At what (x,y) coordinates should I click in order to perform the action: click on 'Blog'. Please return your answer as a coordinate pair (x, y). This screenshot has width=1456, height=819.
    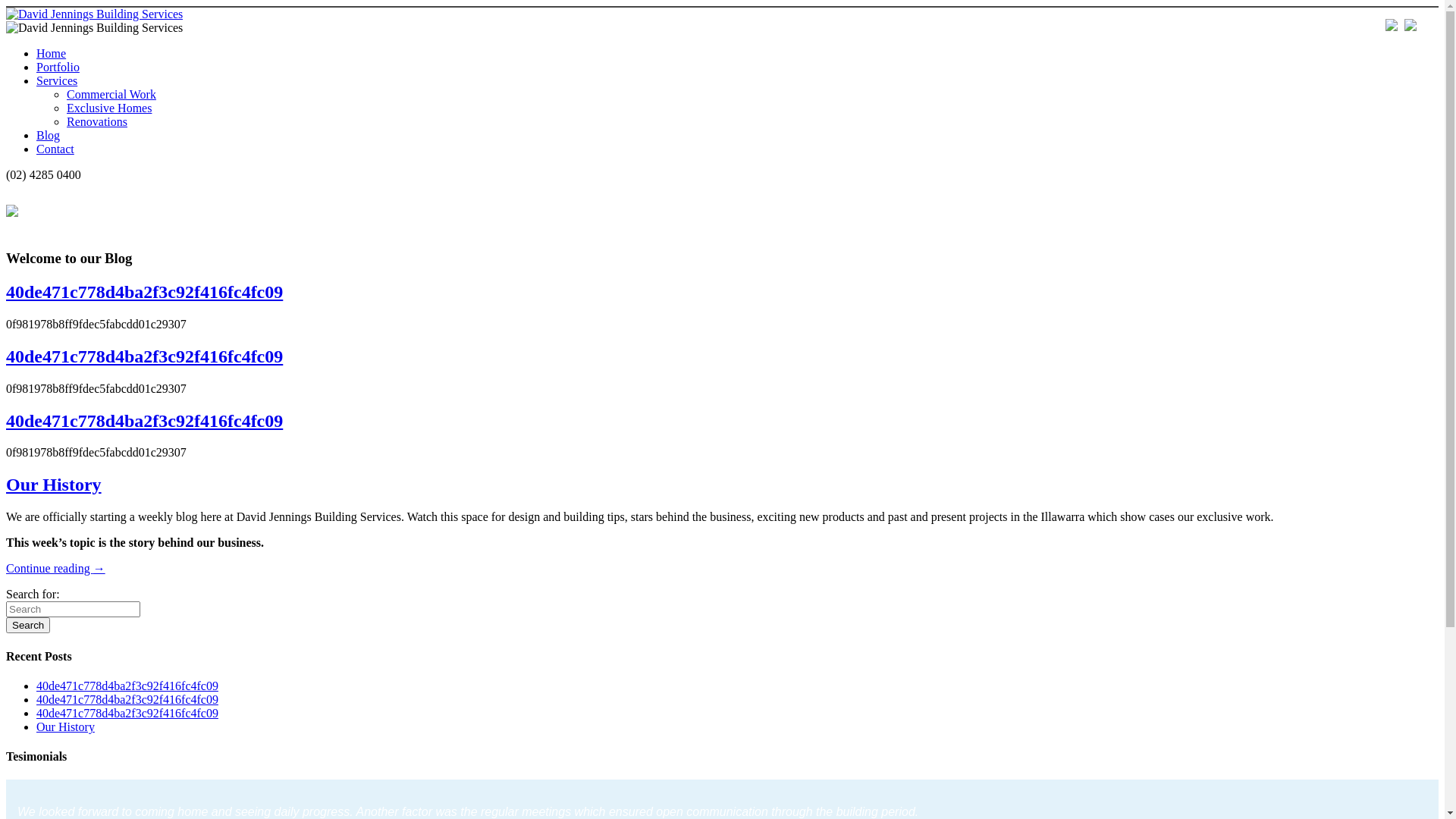
    Looking at the image, I should click on (48, 134).